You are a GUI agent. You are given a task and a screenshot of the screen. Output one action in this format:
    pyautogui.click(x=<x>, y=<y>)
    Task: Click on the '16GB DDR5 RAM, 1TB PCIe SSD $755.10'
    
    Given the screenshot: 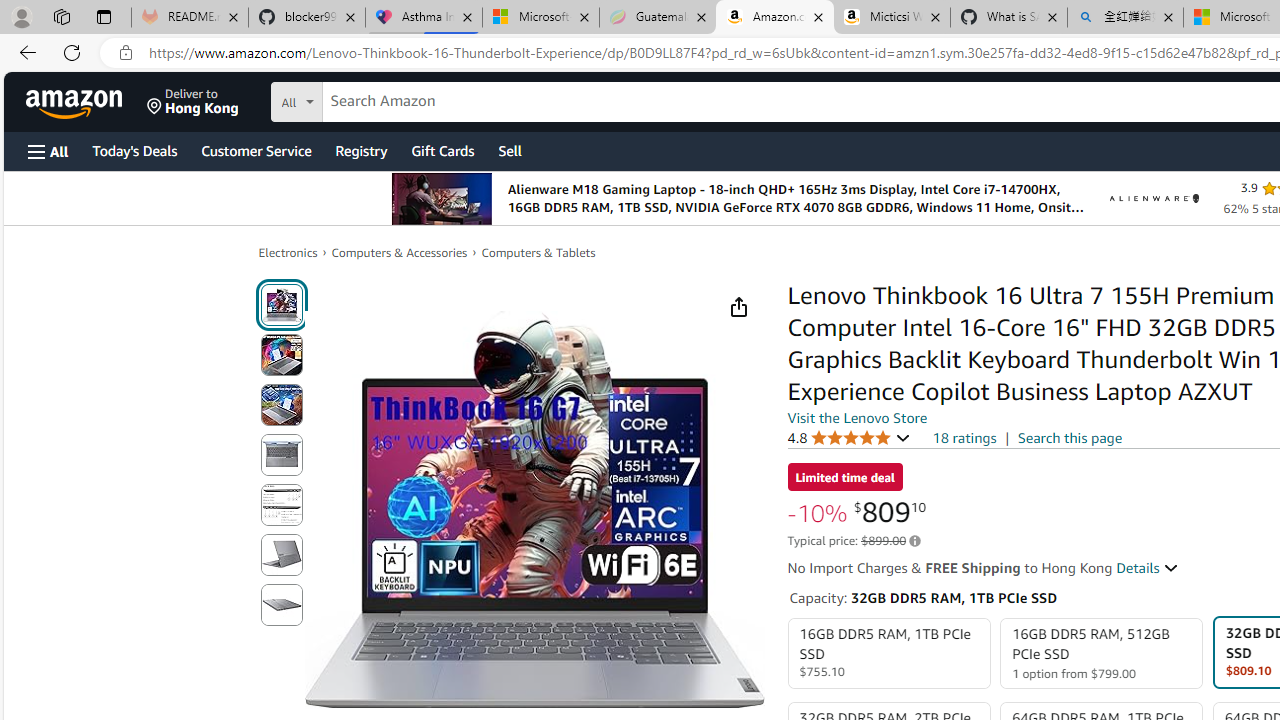 What is the action you would take?
    pyautogui.click(x=887, y=653)
    